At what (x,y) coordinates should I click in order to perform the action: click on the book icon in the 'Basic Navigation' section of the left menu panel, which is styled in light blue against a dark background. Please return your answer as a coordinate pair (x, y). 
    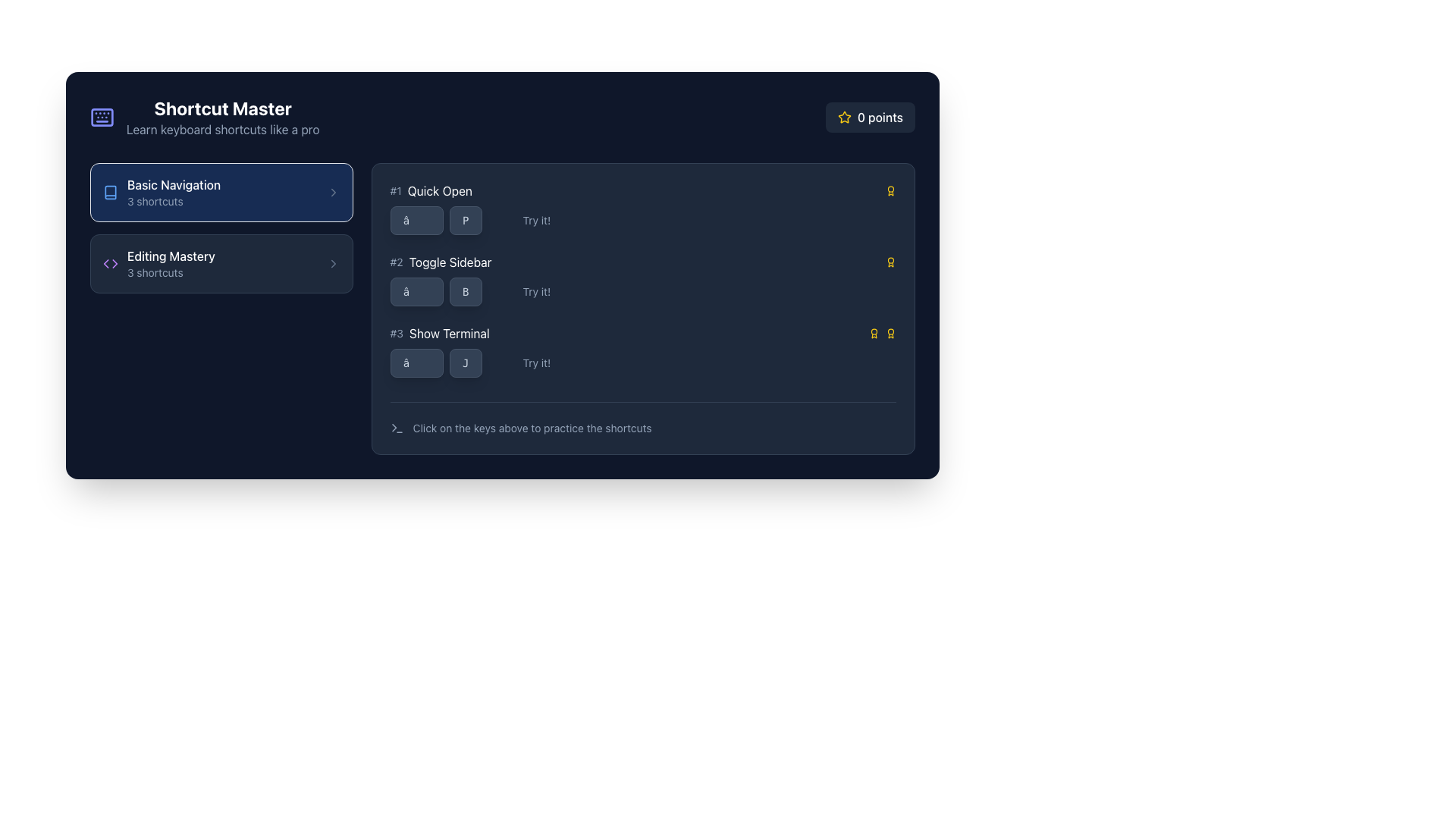
    Looking at the image, I should click on (109, 192).